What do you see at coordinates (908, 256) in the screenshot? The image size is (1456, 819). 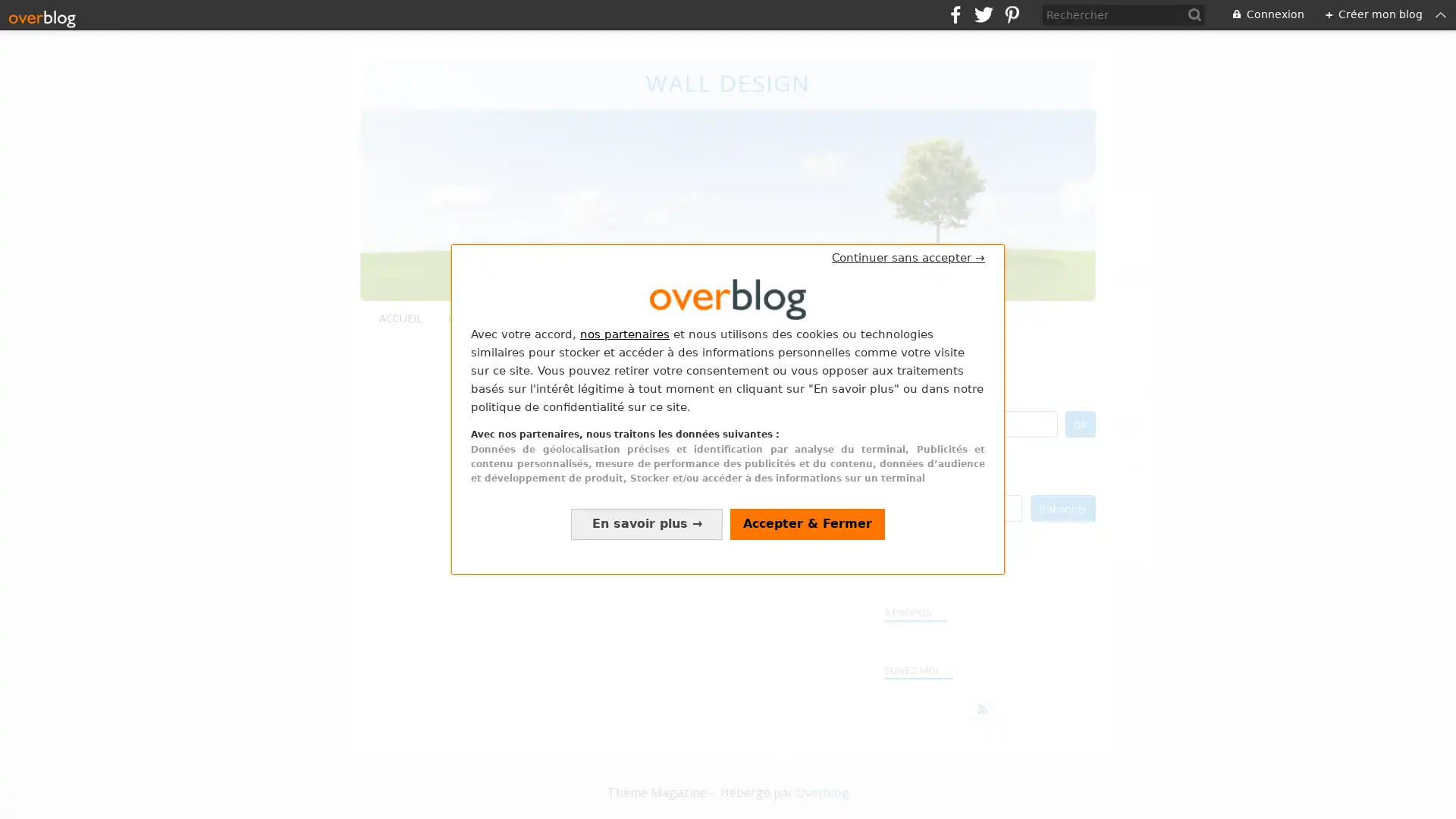 I see `Continuer sans accepter` at bounding box center [908, 256].